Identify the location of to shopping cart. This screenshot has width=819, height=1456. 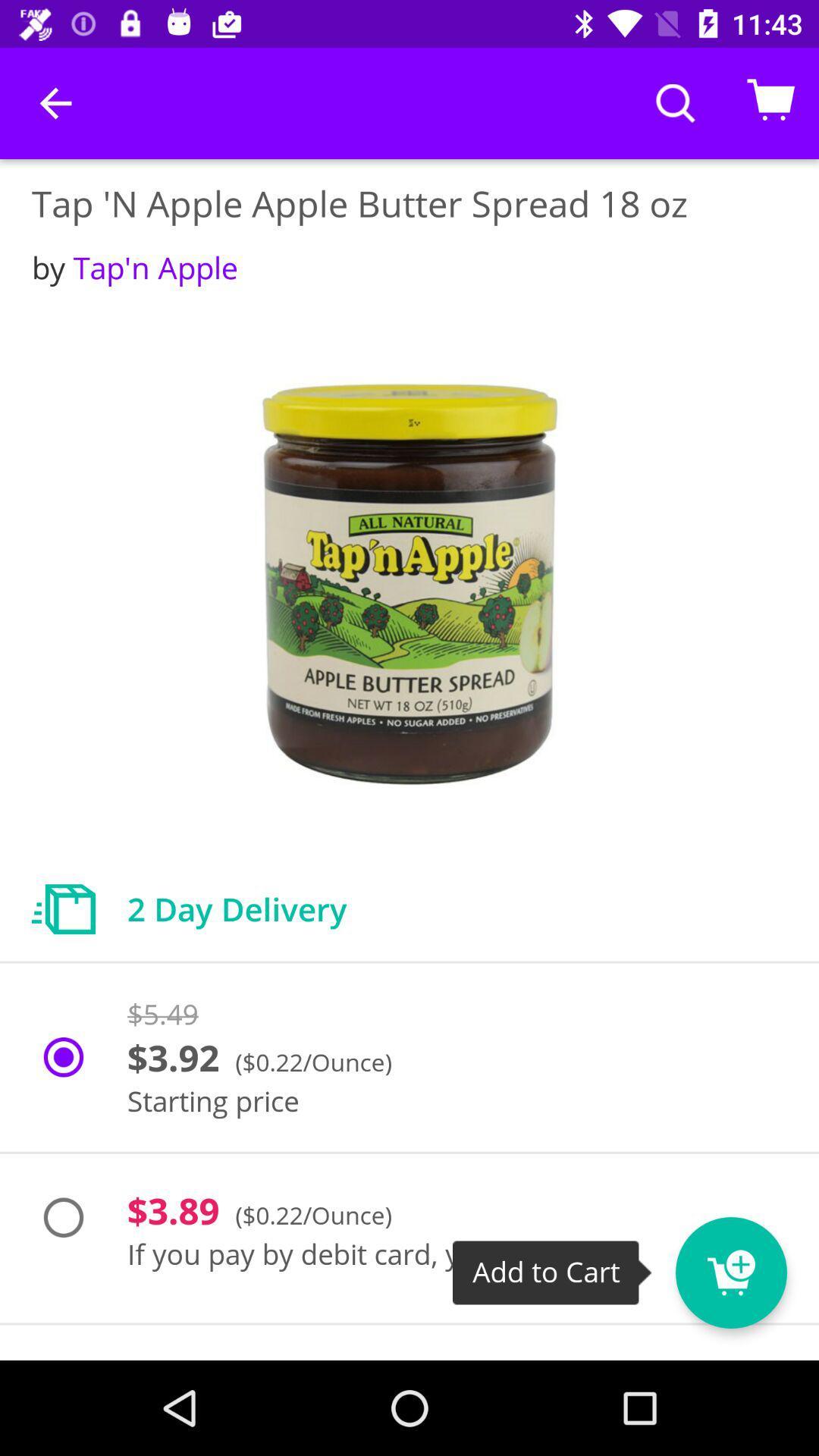
(759, 1263).